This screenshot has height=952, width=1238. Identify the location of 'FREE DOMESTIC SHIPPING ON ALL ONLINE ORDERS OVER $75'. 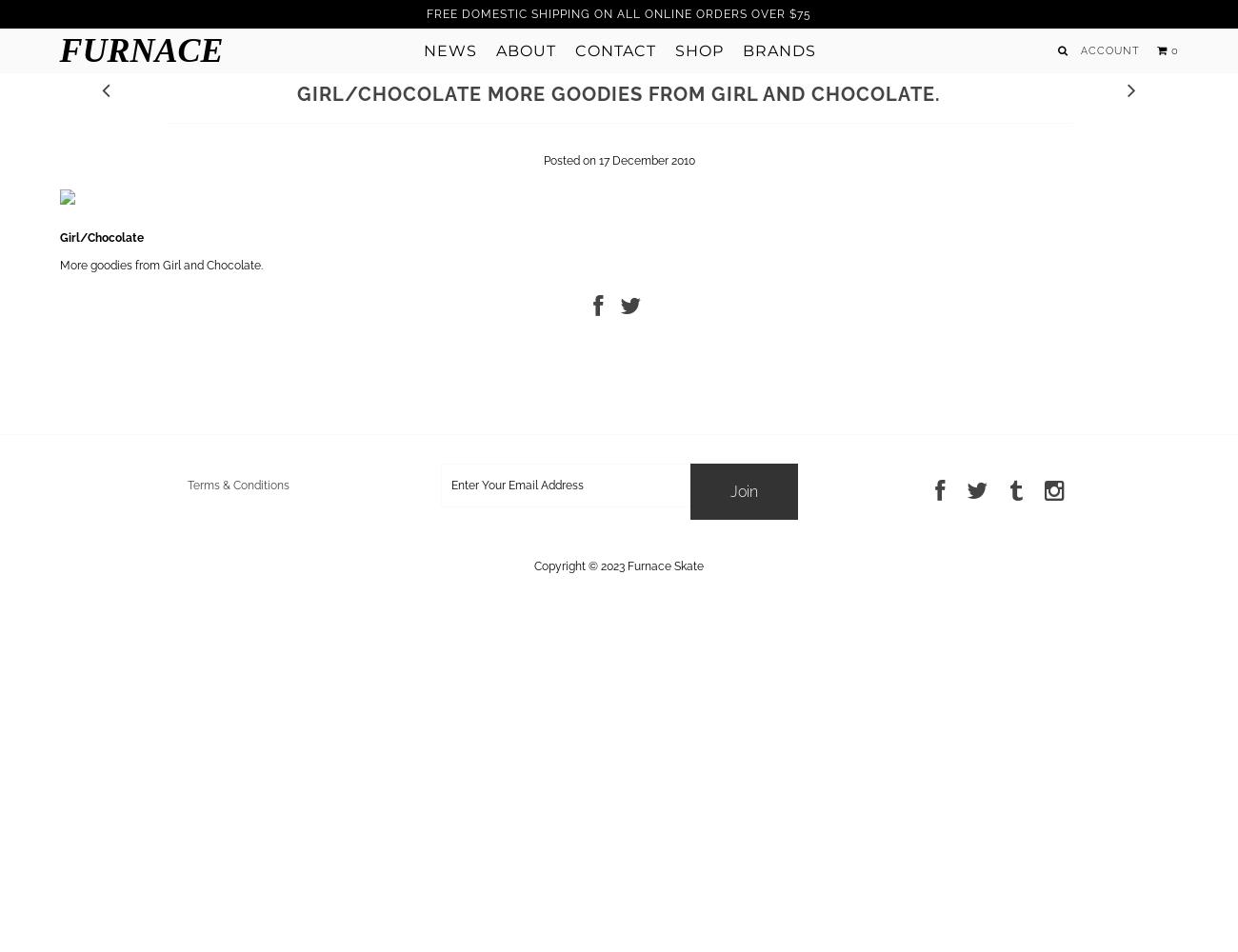
(619, 14).